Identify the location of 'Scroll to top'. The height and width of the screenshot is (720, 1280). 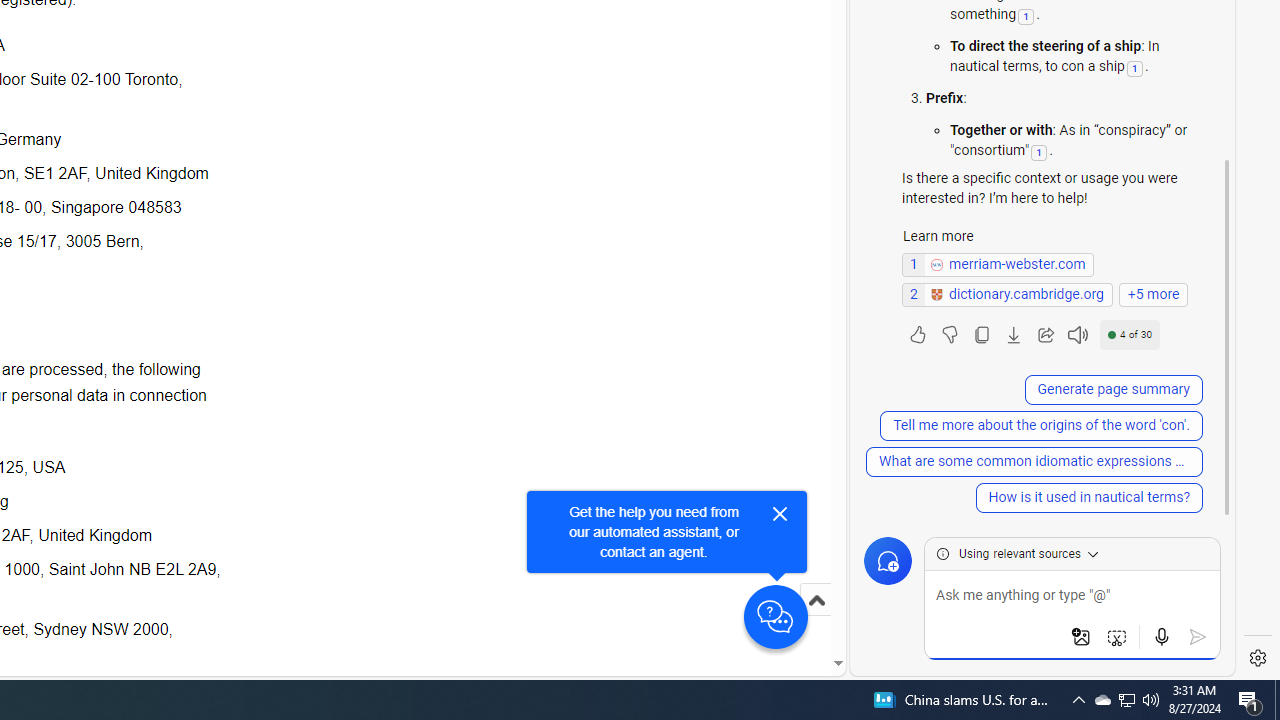
(816, 598).